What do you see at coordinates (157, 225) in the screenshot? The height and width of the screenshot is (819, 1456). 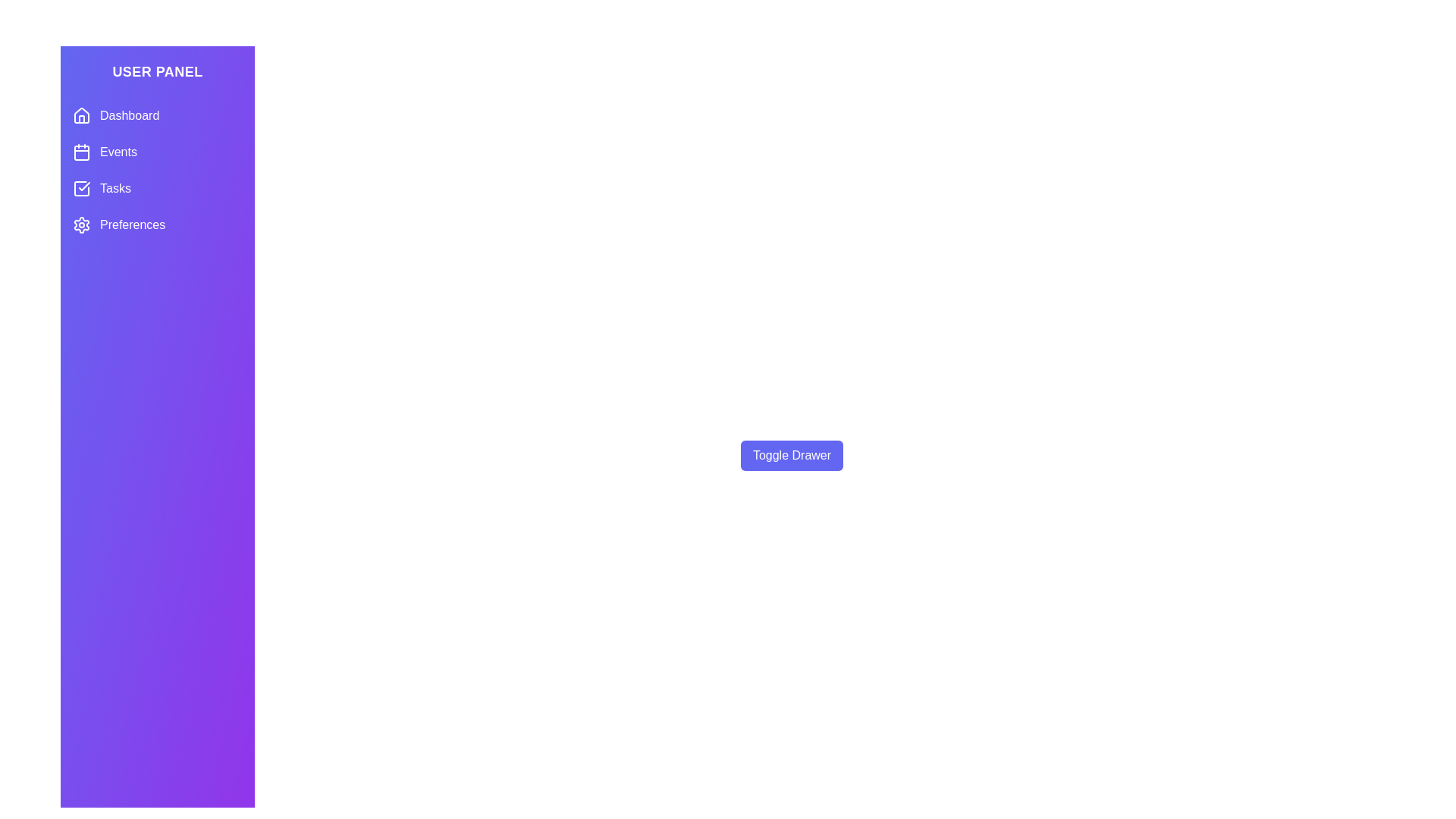 I see `the menu item labeled Preferences` at bounding box center [157, 225].